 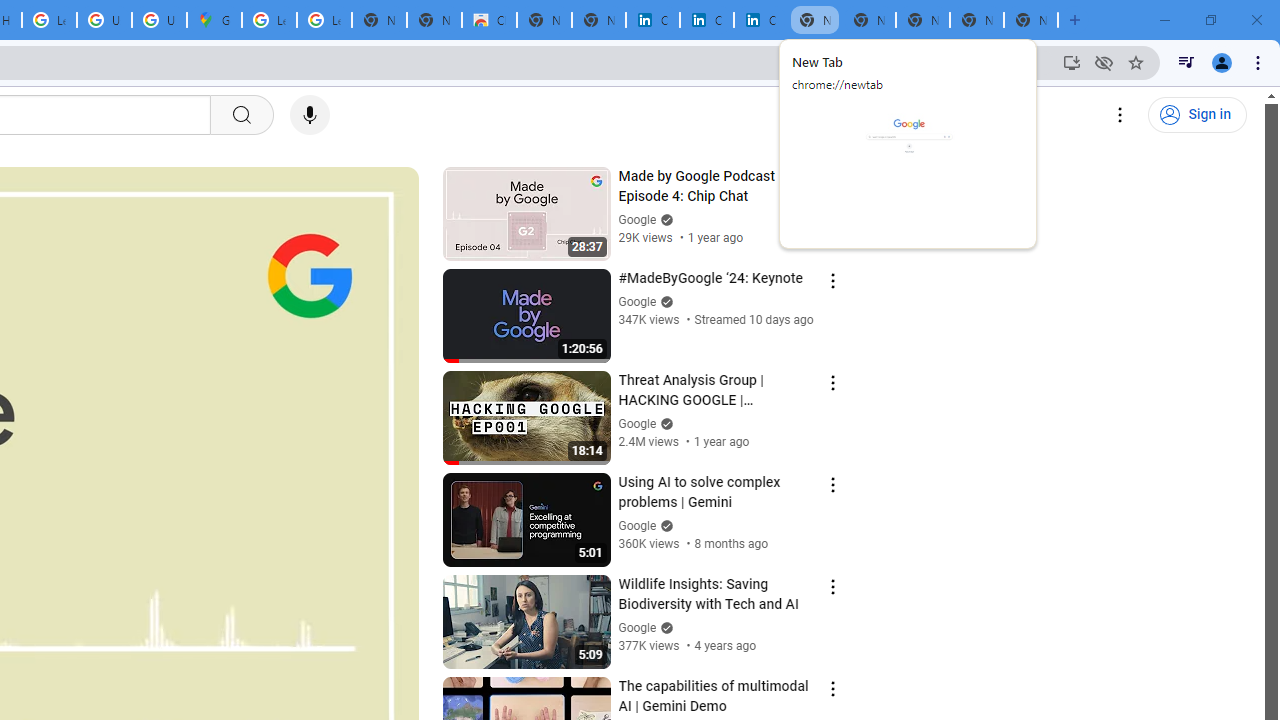 I want to click on 'Cookie Policy | LinkedIn', so click(x=706, y=20).